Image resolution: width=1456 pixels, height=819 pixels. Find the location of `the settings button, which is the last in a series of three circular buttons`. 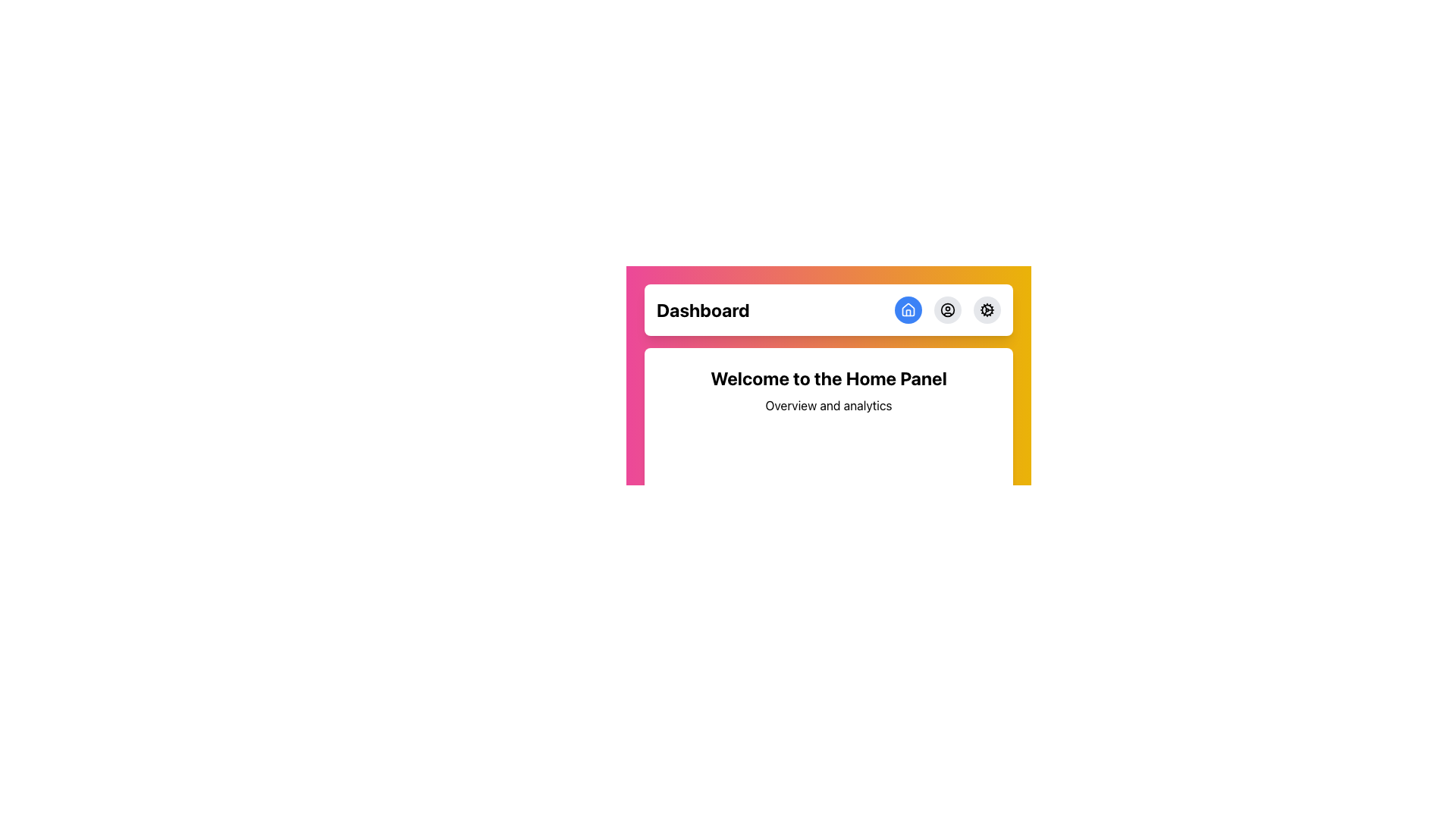

the settings button, which is the last in a series of three circular buttons is located at coordinates (987, 309).